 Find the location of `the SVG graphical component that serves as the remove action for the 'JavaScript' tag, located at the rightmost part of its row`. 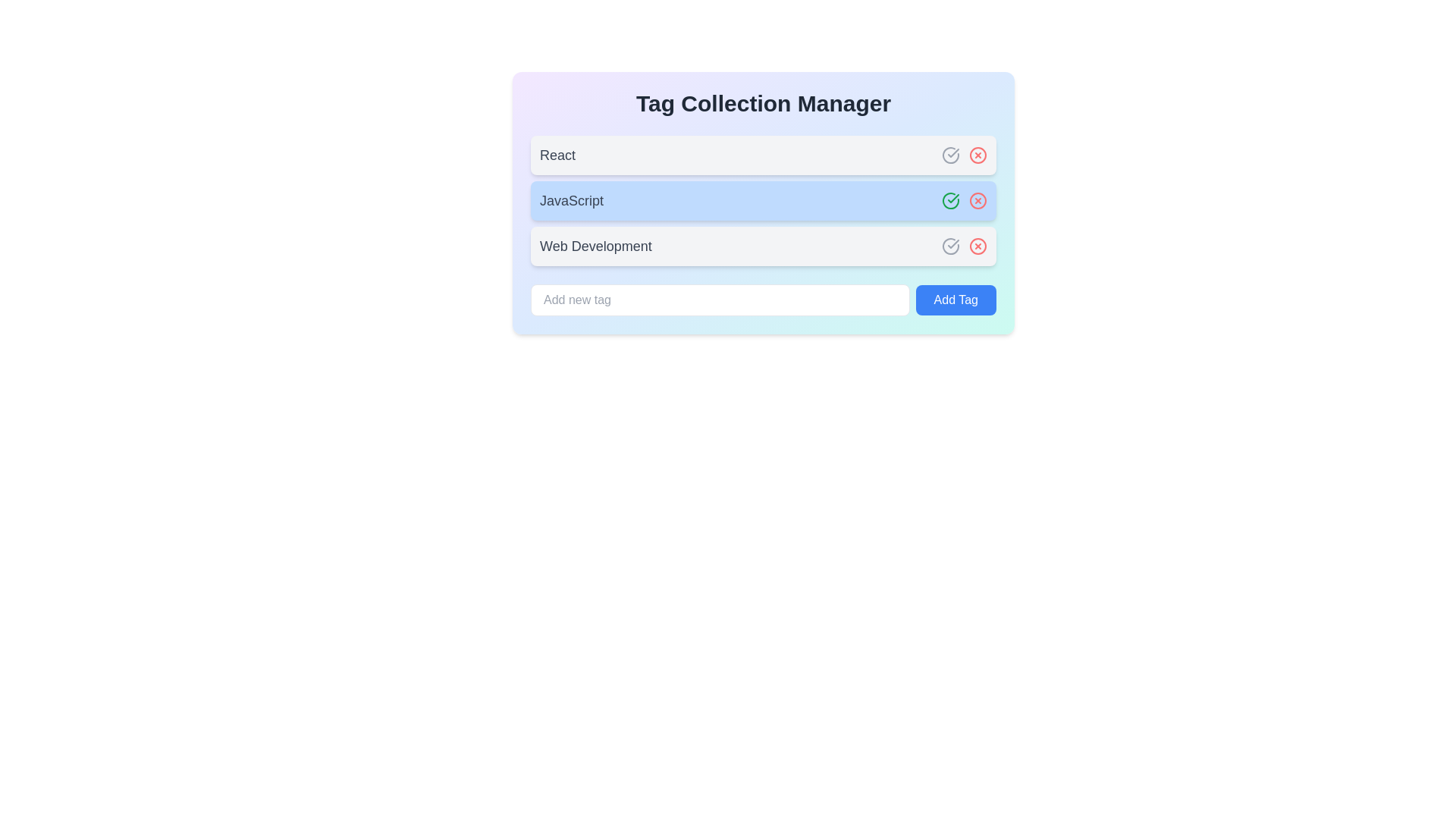

the SVG graphical component that serves as the remove action for the 'JavaScript' tag, located at the rightmost part of its row is located at coordinates (978, 200).